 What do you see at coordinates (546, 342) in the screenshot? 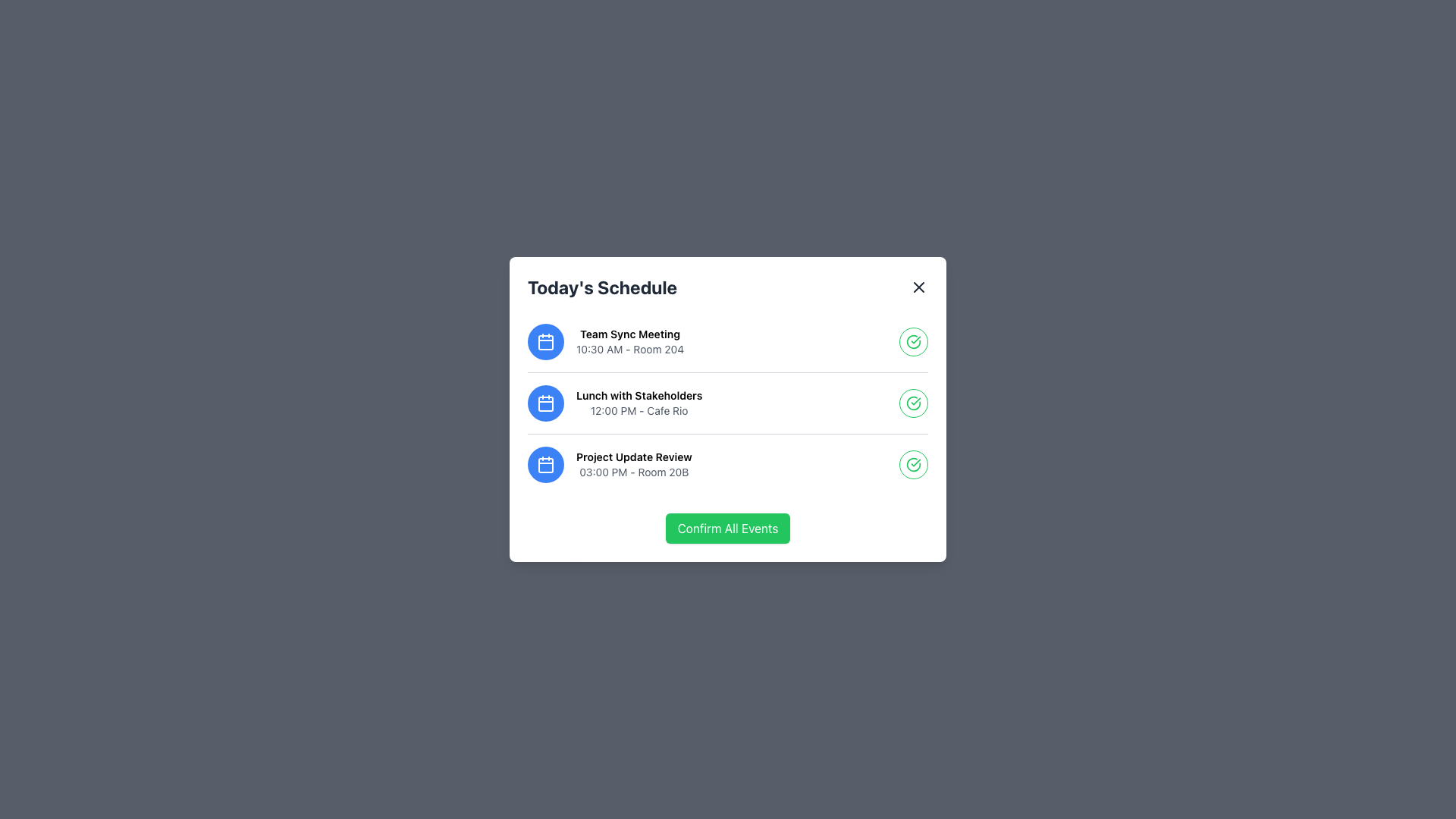
I see `the blue circular icon button with a white calendar icon, located to the left of 'Team Sync Meeting' in the schedule modal` at bounding box center [546, 342].